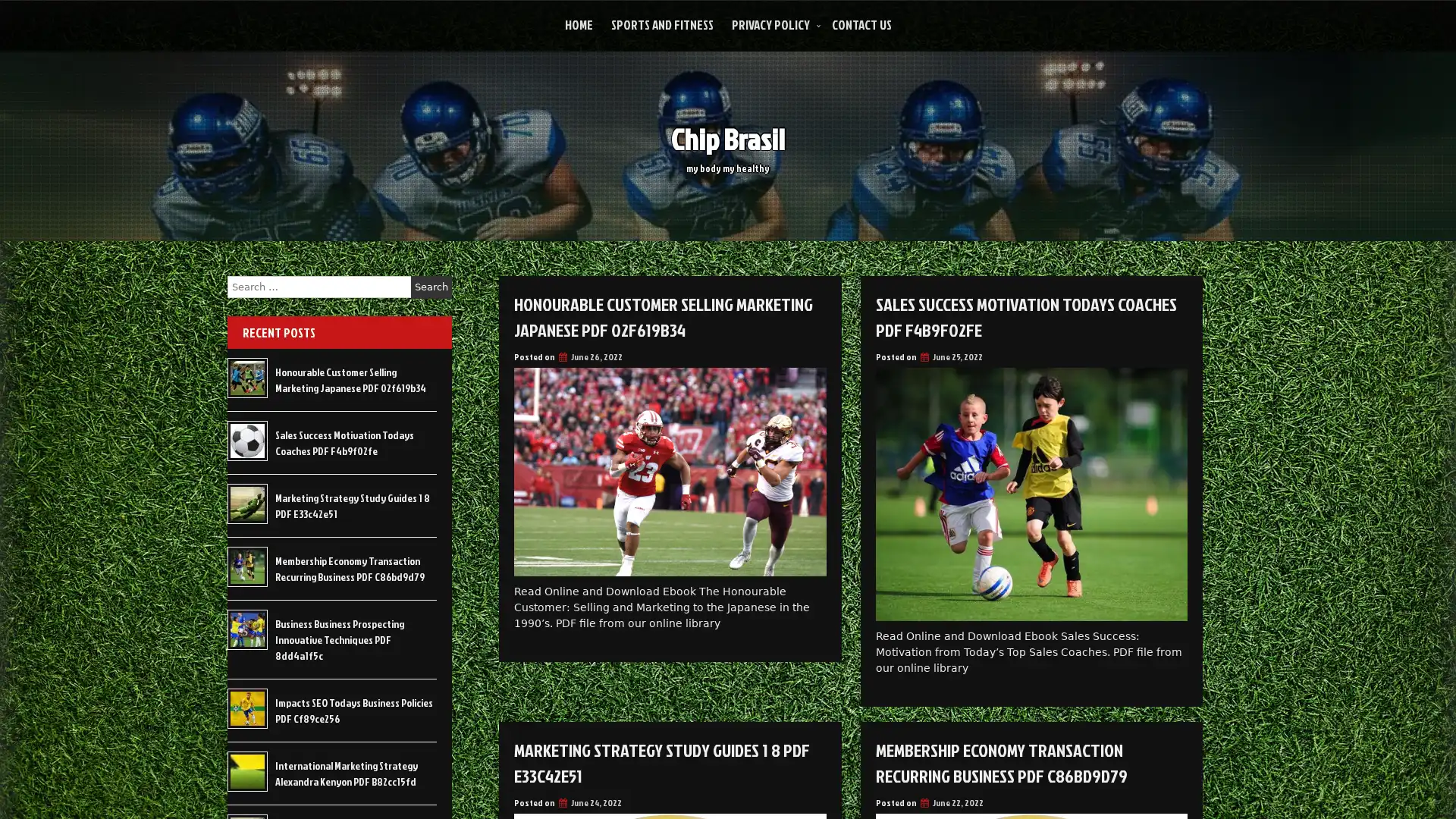 This screenshot has height=819, width=1456. What do you see at coordinates (431, 287) in the screenshot?
I see `Search` at bounding box center [431, 287].